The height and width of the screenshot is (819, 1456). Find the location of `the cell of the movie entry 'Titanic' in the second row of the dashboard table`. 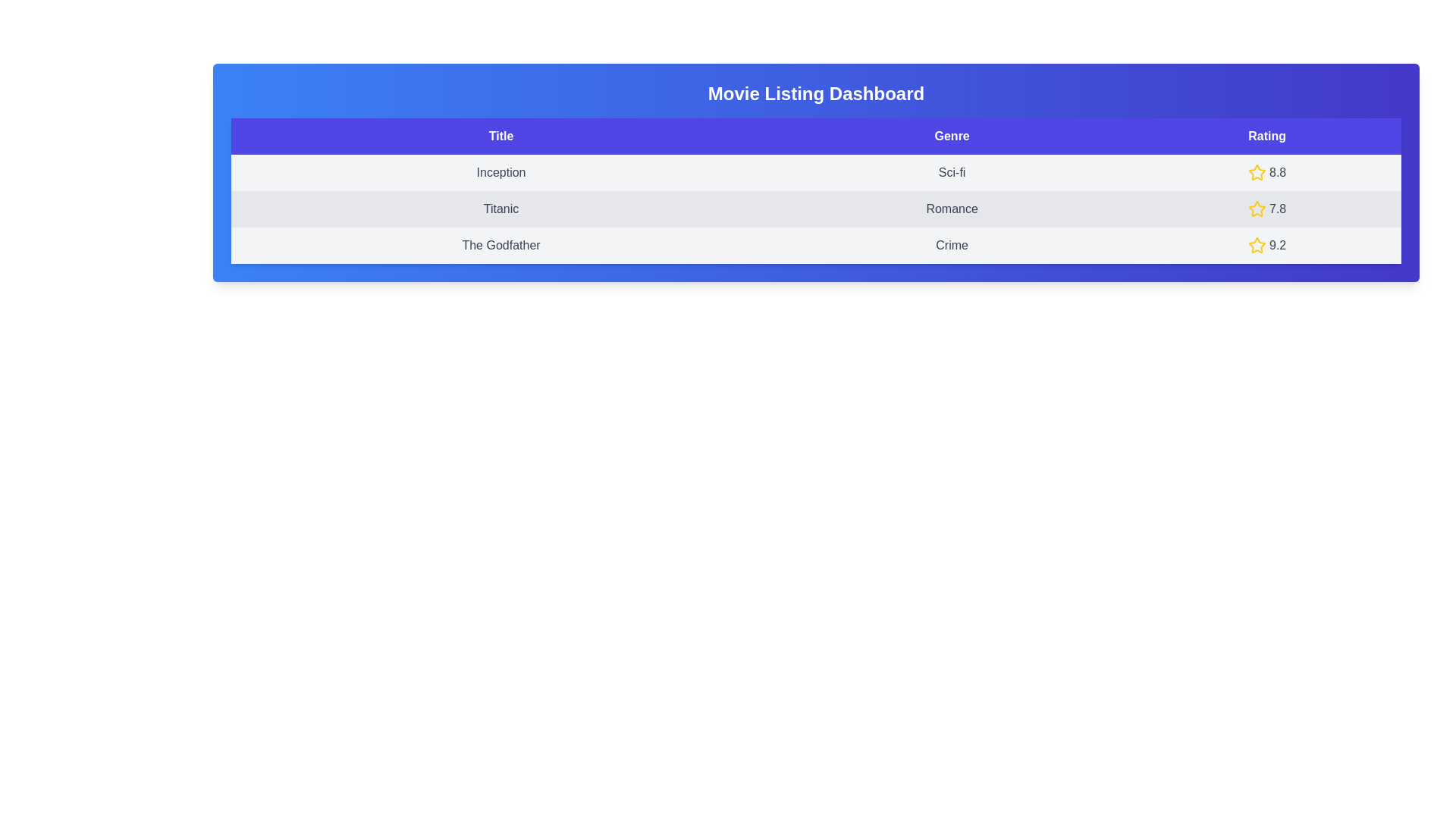

the cell of the movie entry 'Titanic' in the second row of the dashboard table is located at coordinates (815, 209).